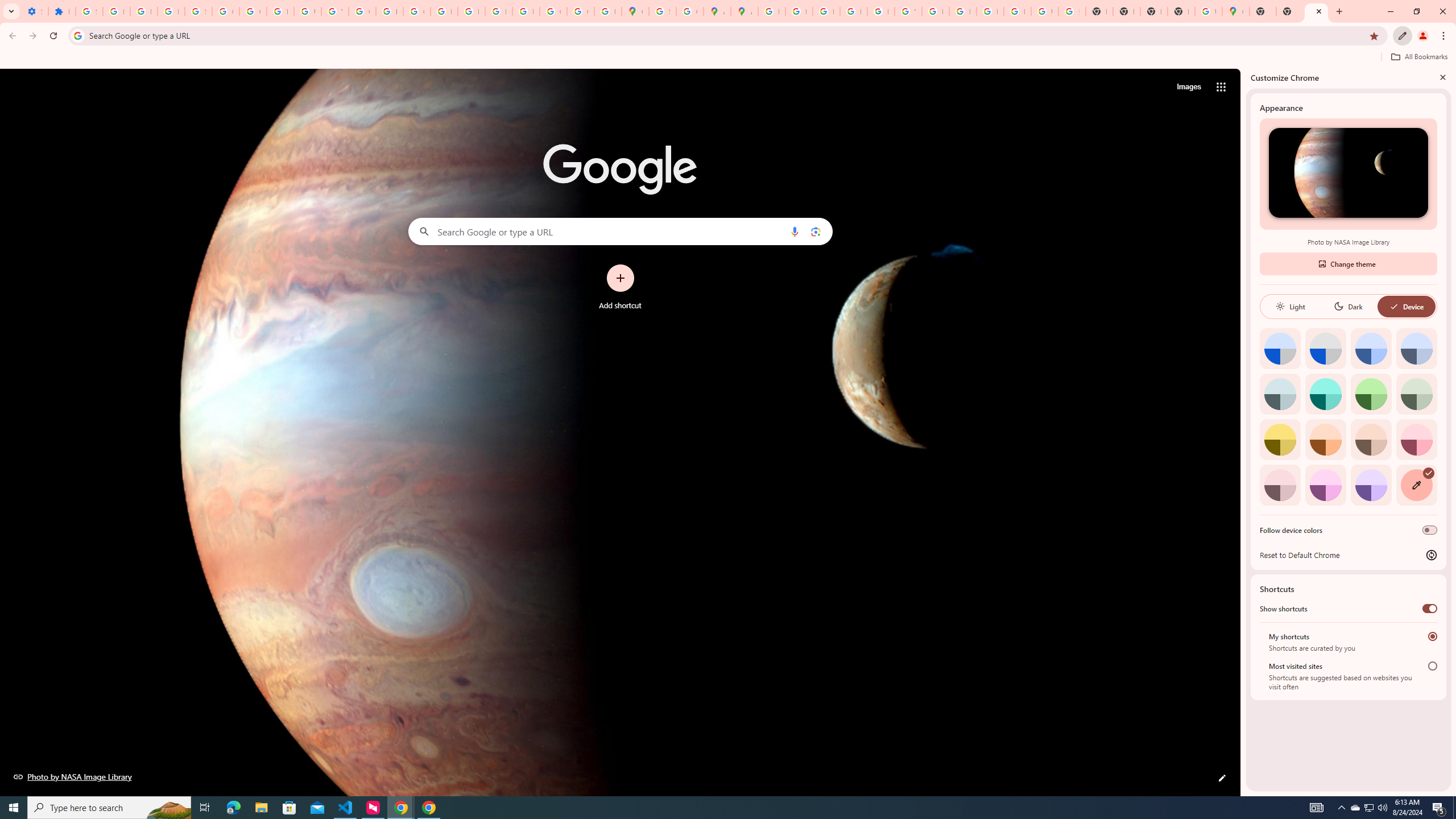 The image size is (1456, 819). Describe the element at coordinates (1325, 348) in the screenshot. I see `'Grey default color'` at that location.